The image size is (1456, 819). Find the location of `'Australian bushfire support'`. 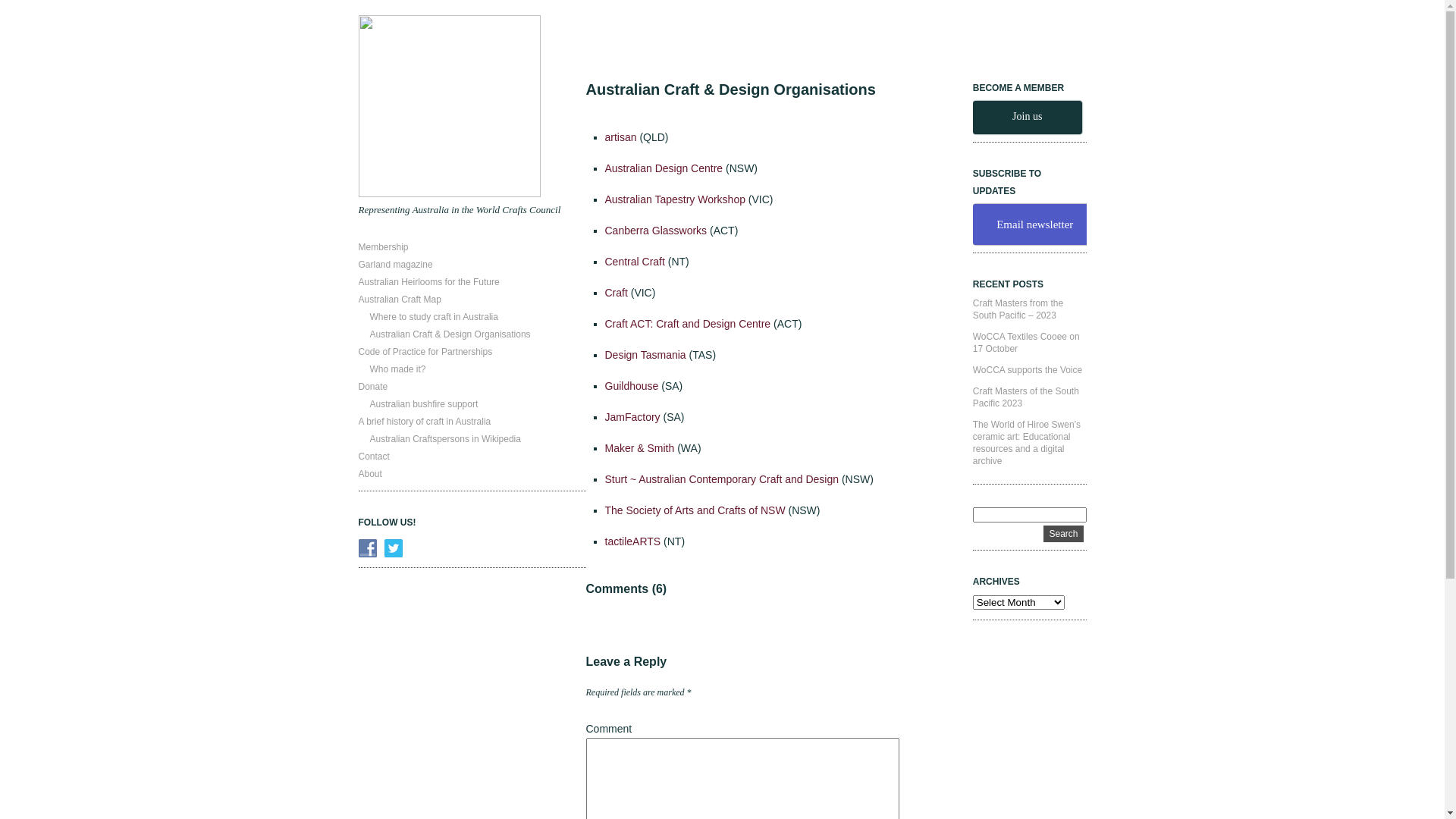

'Australian bushfire support' is located at coordinates (424, 403).